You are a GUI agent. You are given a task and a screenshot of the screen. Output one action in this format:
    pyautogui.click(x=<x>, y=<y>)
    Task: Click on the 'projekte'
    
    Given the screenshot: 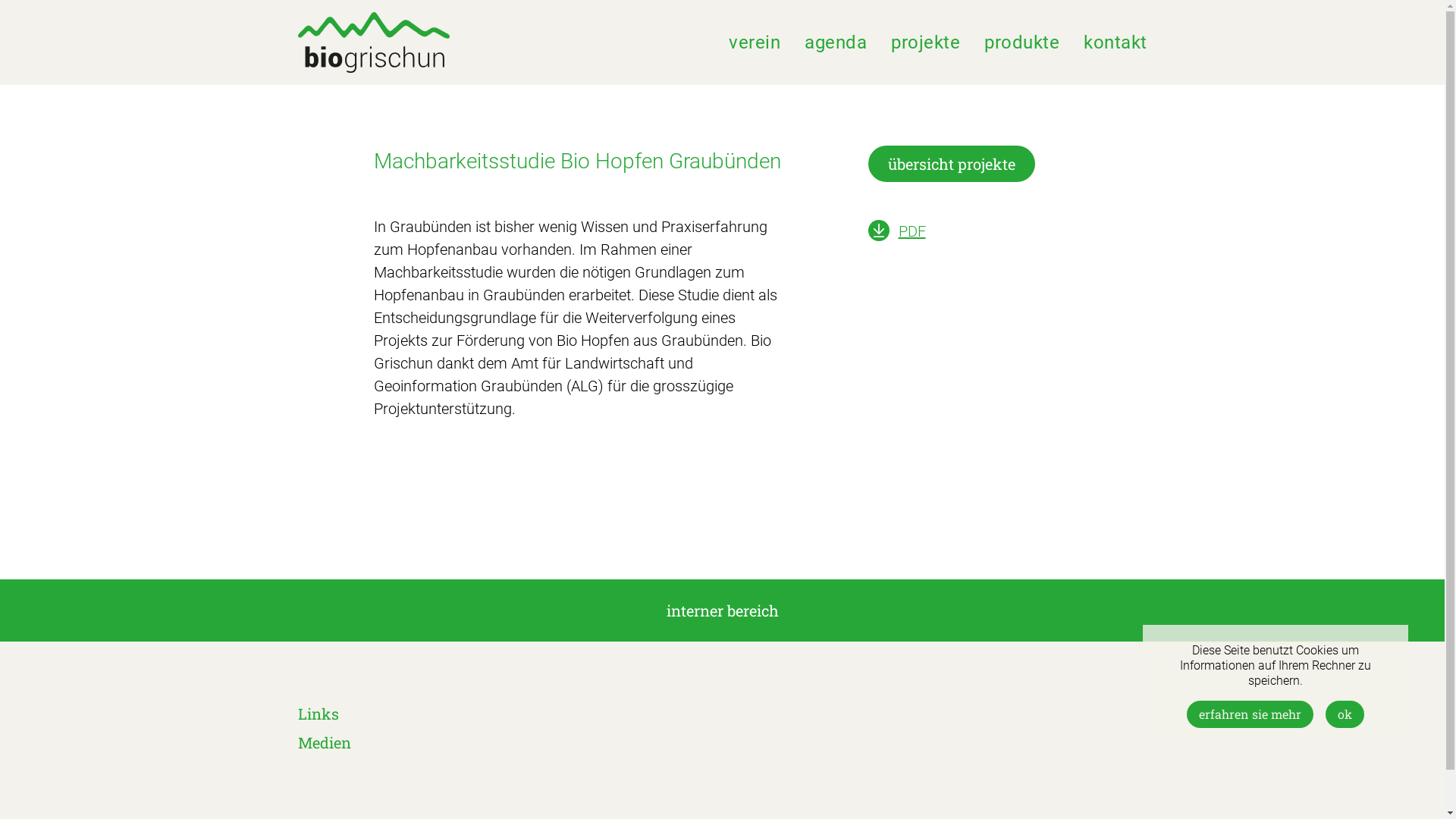 What is the action you would take?
    pyautogui.click(x=924, y=42)
    